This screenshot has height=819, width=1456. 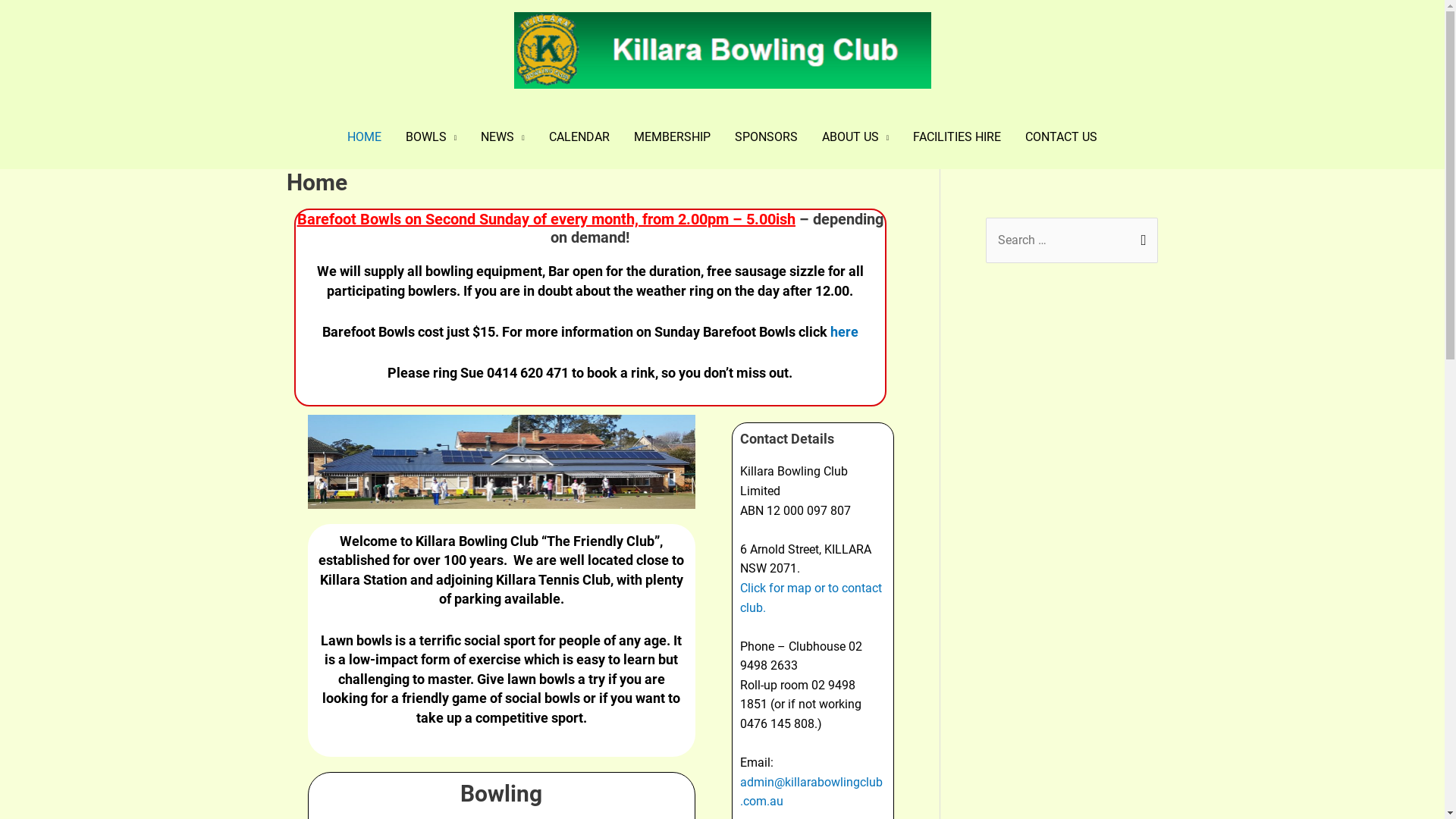 I want to click on 'here', so click(x=843, y=331).